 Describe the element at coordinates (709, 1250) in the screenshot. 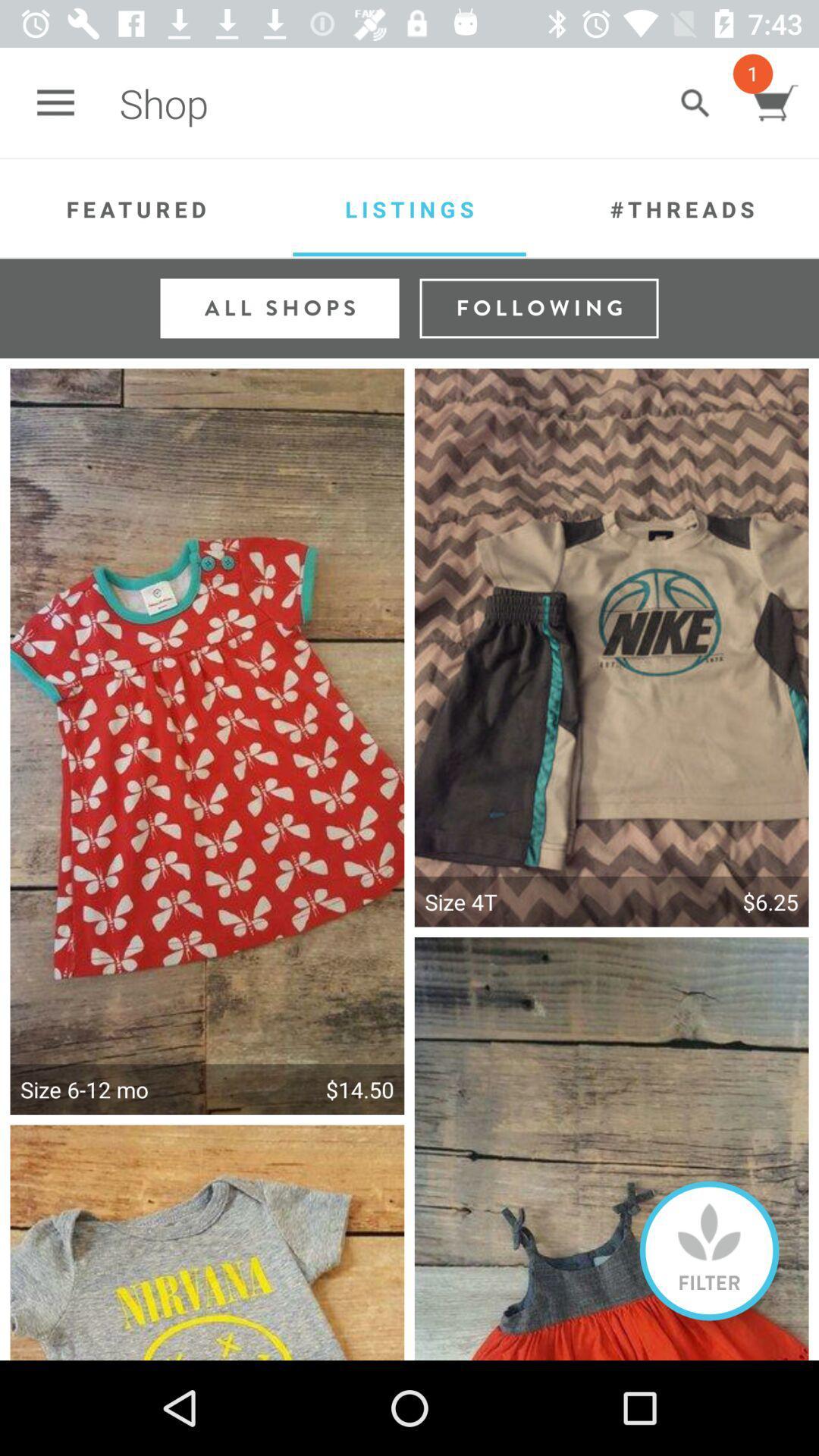

I see `filter button` at that location.